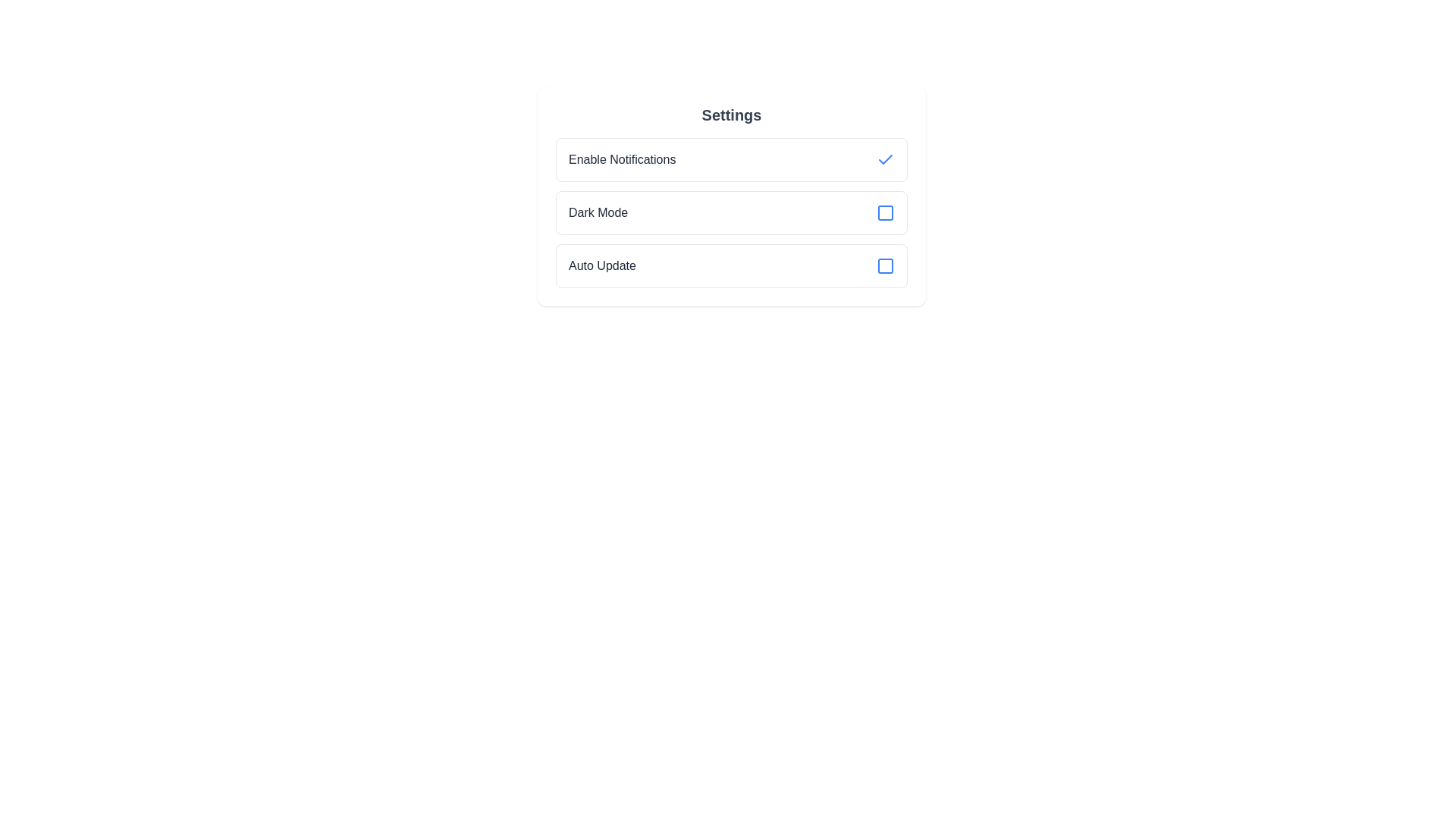 The image size is (1456, 819). Describe the element at coordinates (622, 160) in the screenshot. I see `the Text label that describes the option for enabling notifications, which is positioned above the 'Dark Mode' and 'Auto Update' options` at that location.